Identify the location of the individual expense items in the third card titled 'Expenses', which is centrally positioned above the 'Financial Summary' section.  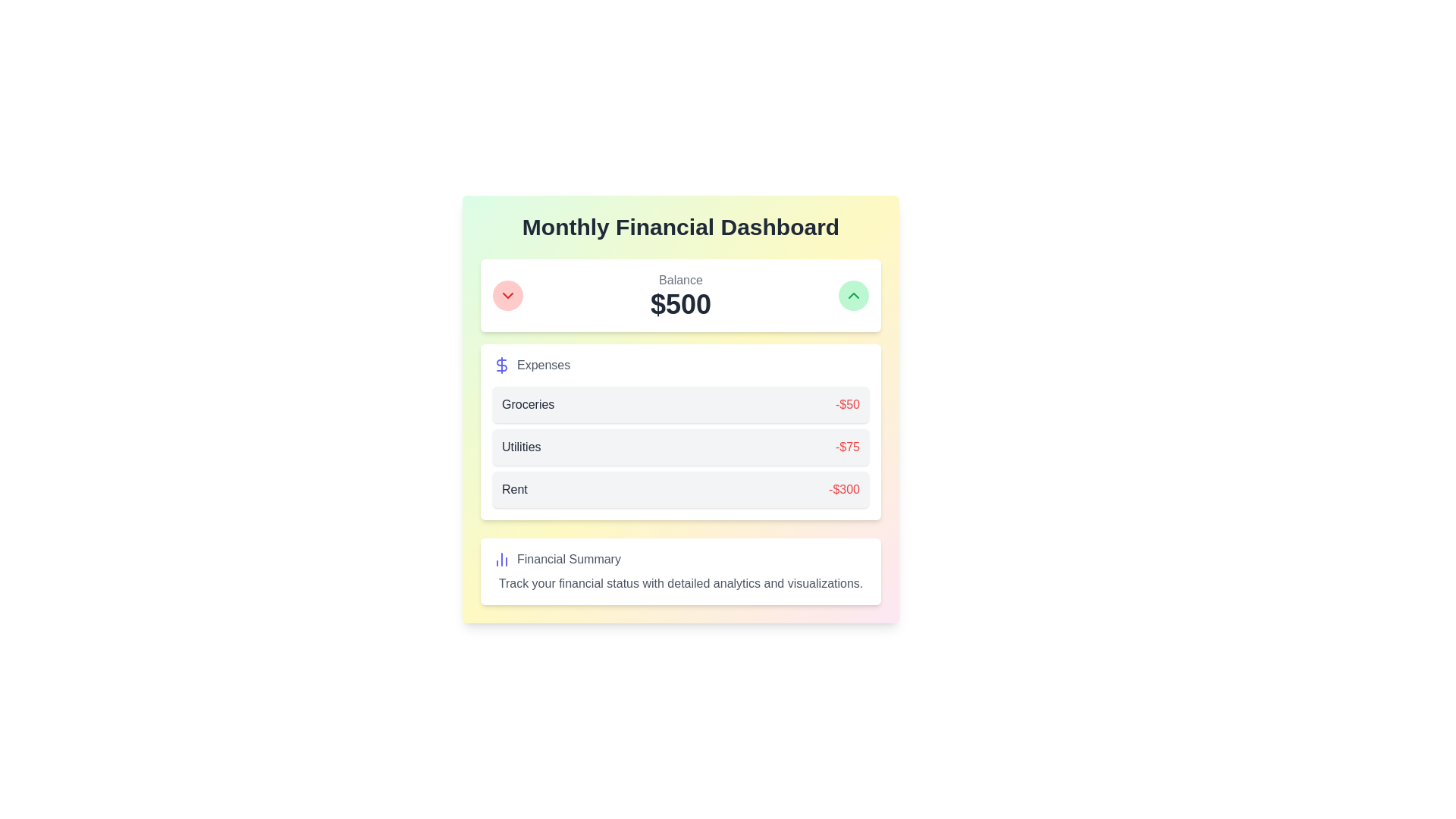
(679, 432).